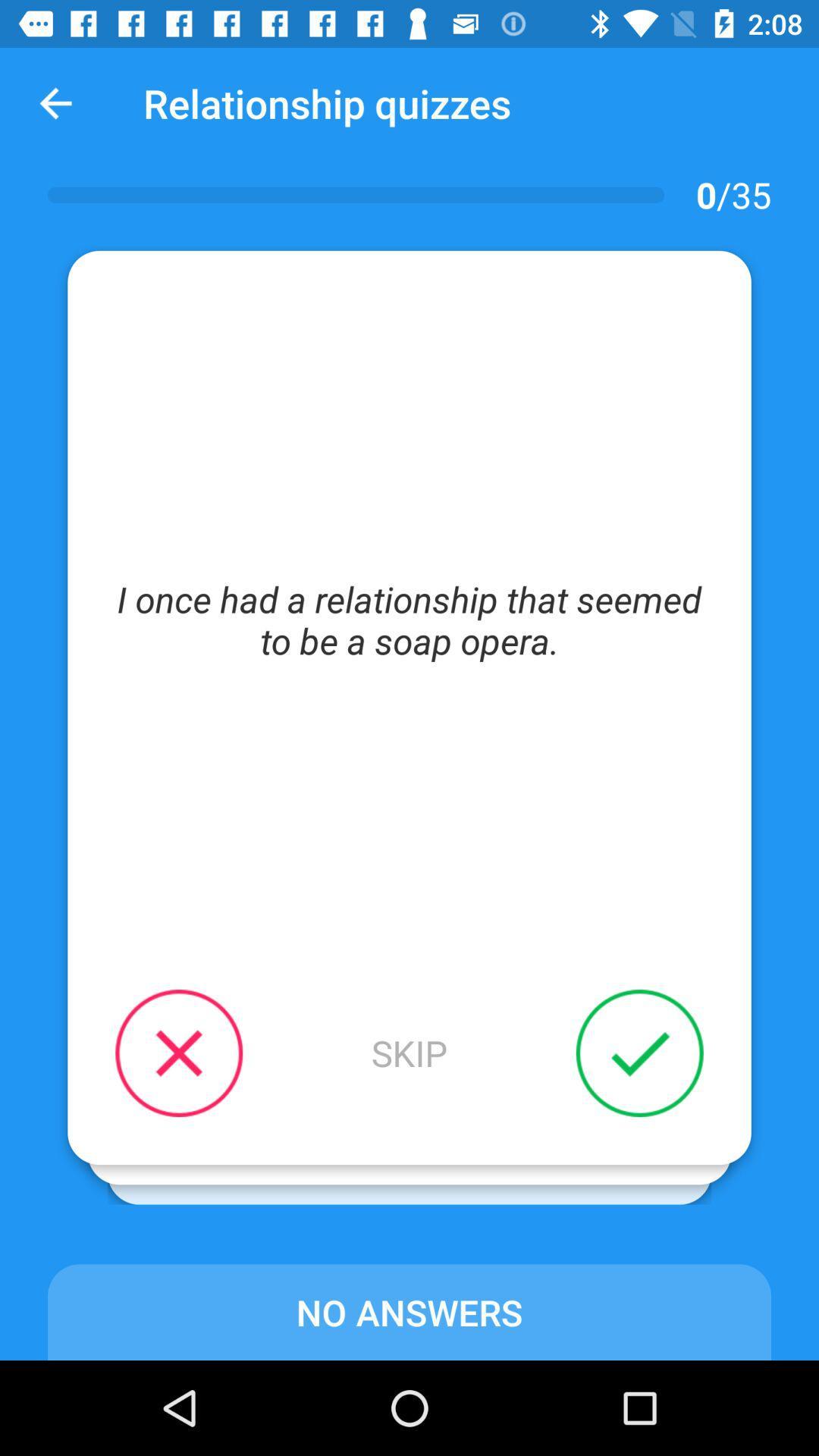 Image resolution: width=819 pixels, height=1456 pixels. Describe the element at coordinates (198, 1072) in the screenshot. I see `the close icon` at that location.